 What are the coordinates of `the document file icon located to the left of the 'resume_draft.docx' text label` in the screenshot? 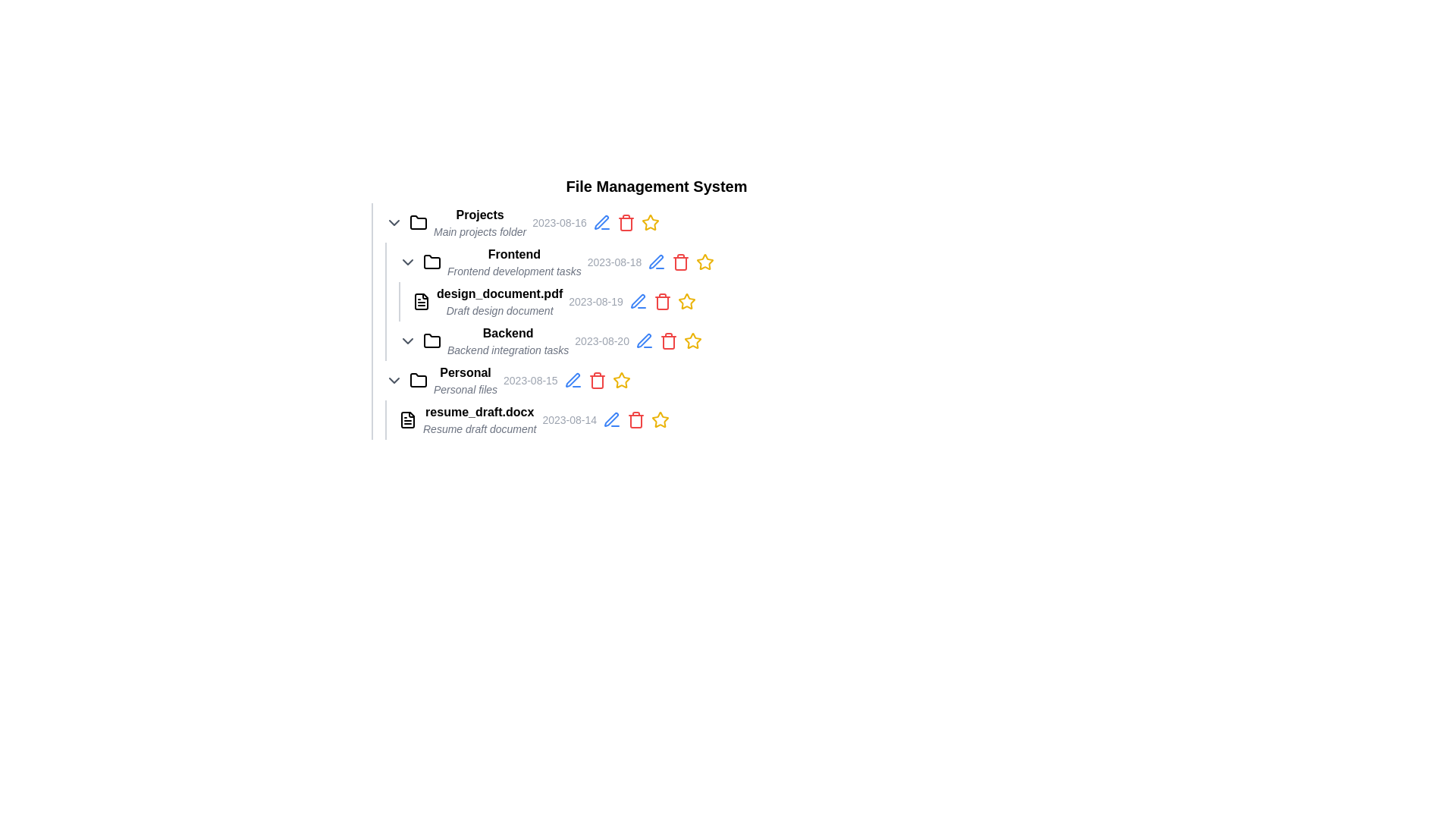 It's located at (407, 420).